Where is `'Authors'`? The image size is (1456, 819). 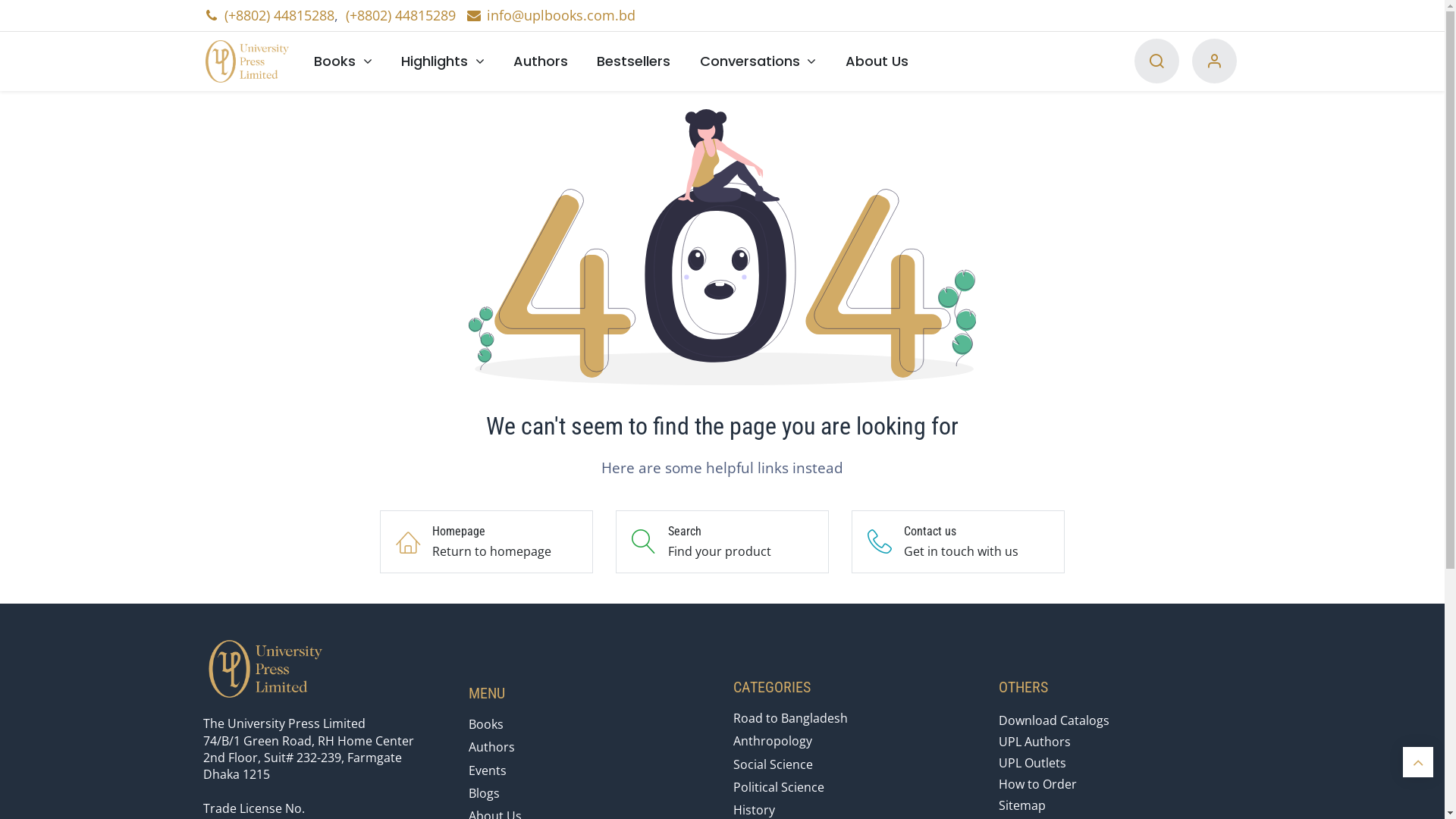
'Authors' is located at coordinates (541, 60).